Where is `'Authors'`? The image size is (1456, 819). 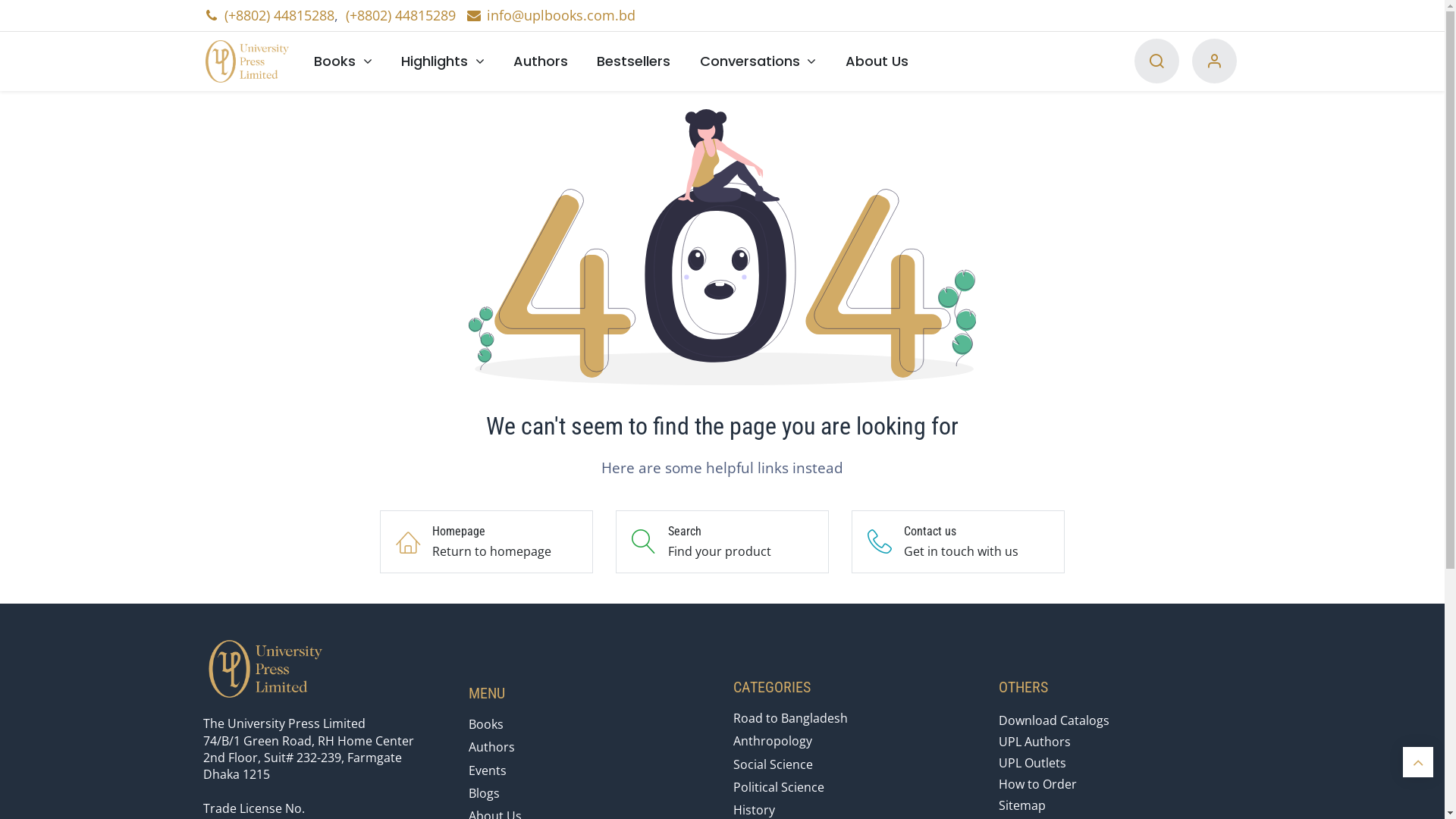
'Authors' is located at coordinates (541, 60).